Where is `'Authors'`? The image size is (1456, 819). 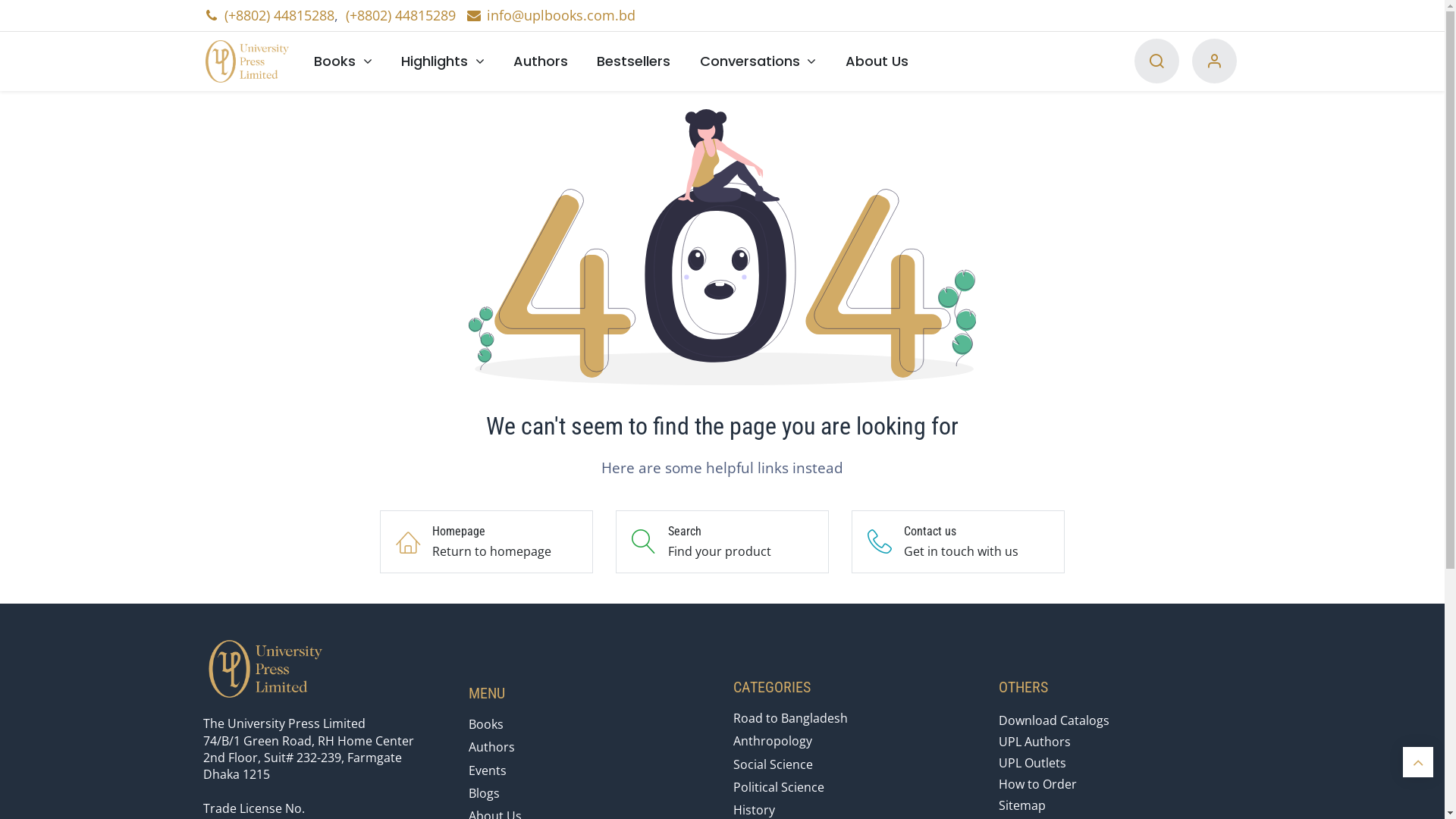
'Authors' is located at coordinates (541, 60).